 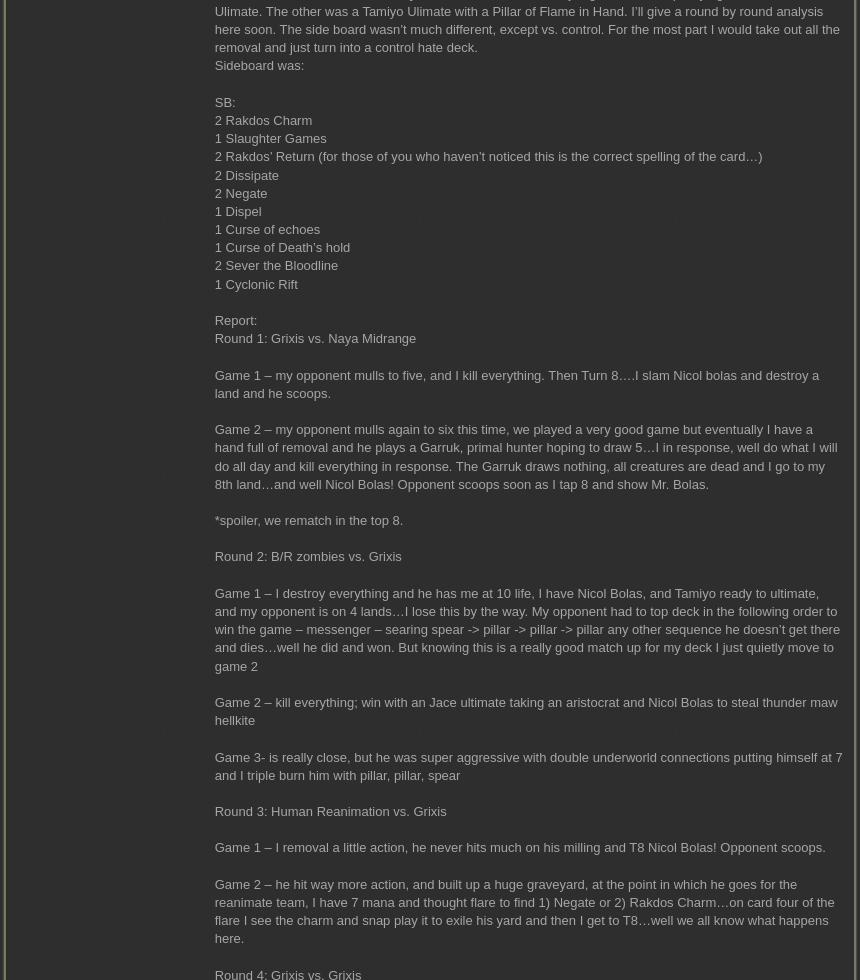 I want to click on '2 Dissipate', so click(x=246, y=174).